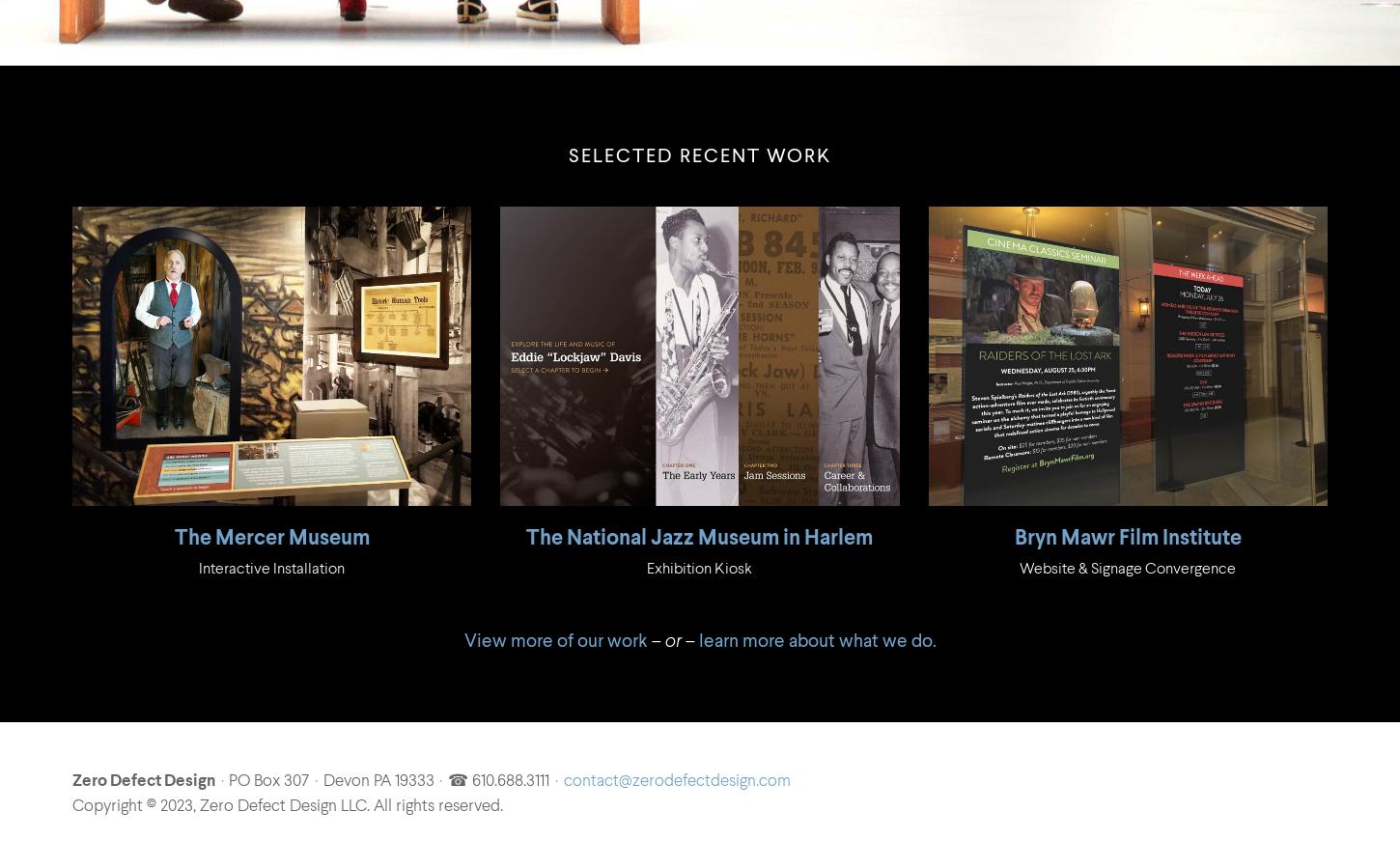 This screenshot has width=1400, height=868. I want to click on 'Copyright © 2023, Zero Defect Design LLC.', so click(221, 805).